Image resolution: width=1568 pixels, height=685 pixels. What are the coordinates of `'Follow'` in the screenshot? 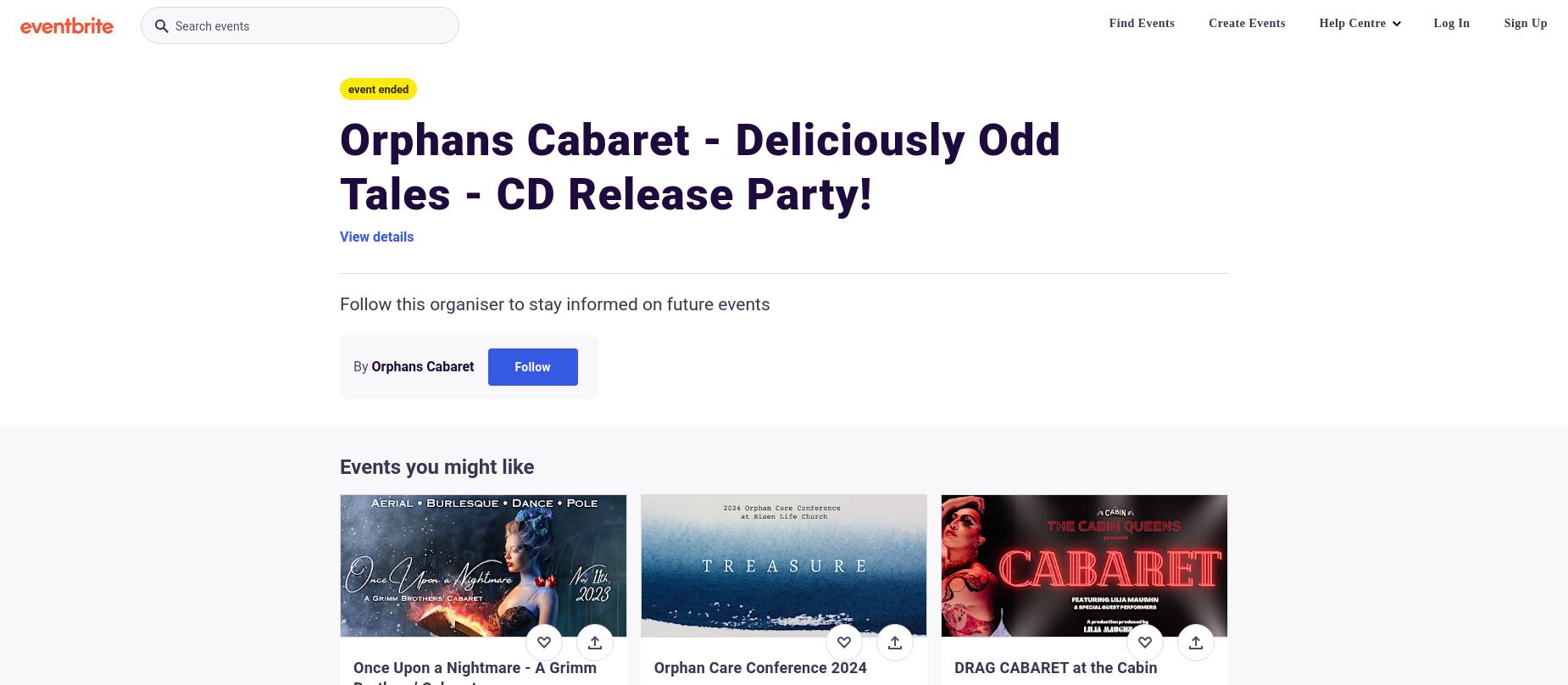 It's located at (514, 366).